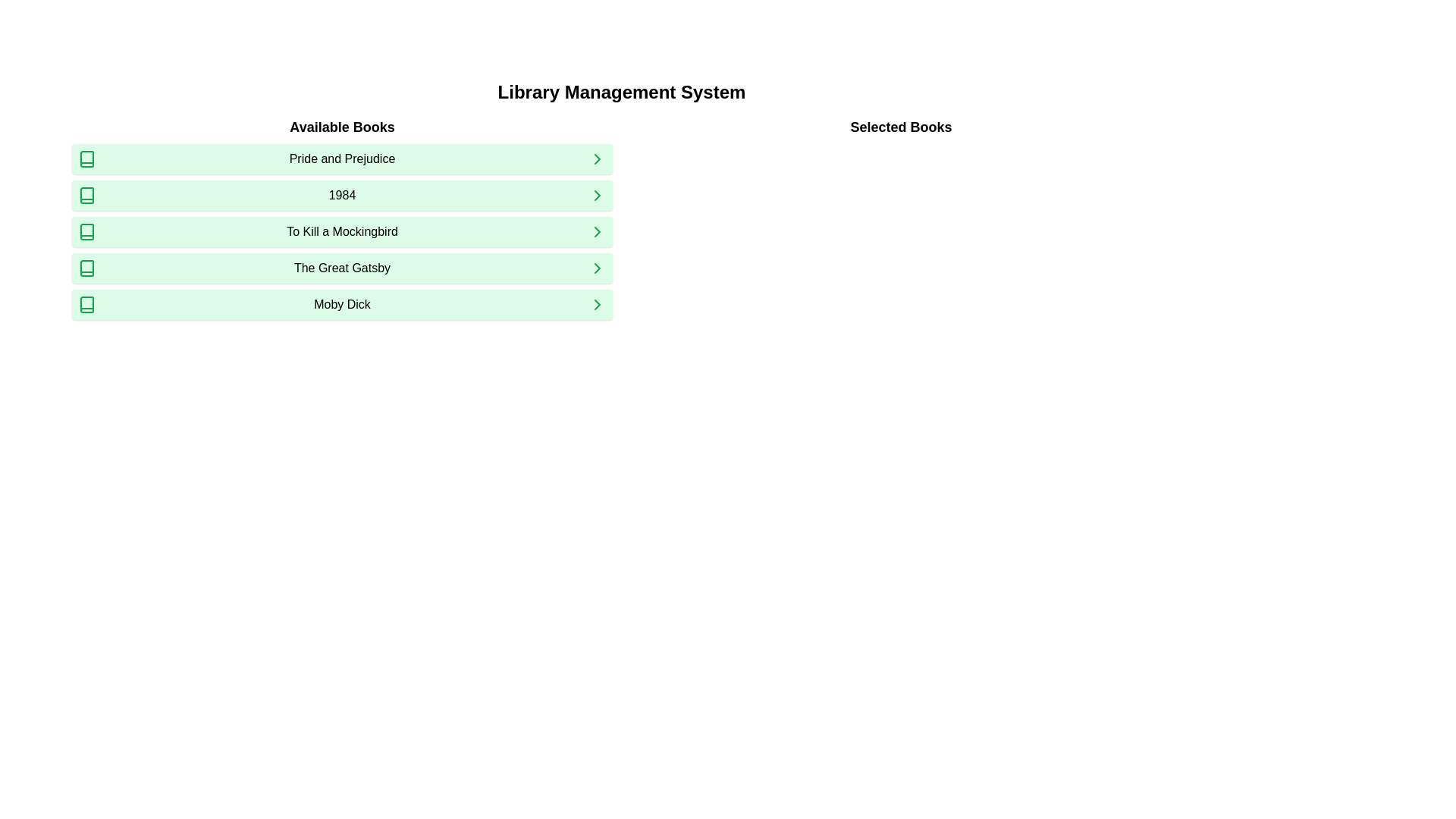 The image size is (1456, 819). I want to click on the chevron icon located at the rightmost end of the entry for 'The Great Gatsby', so click(596, 268).